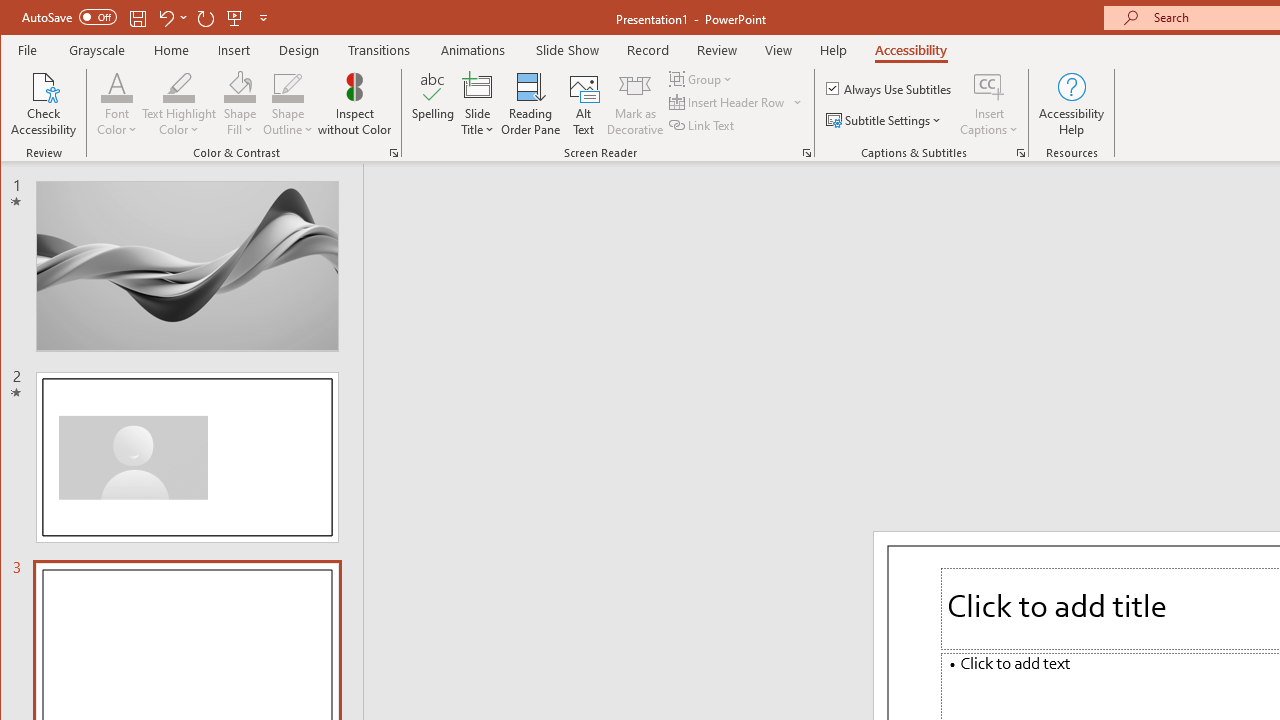  I want to click on 'Color & Contrast', so click(394, 152).